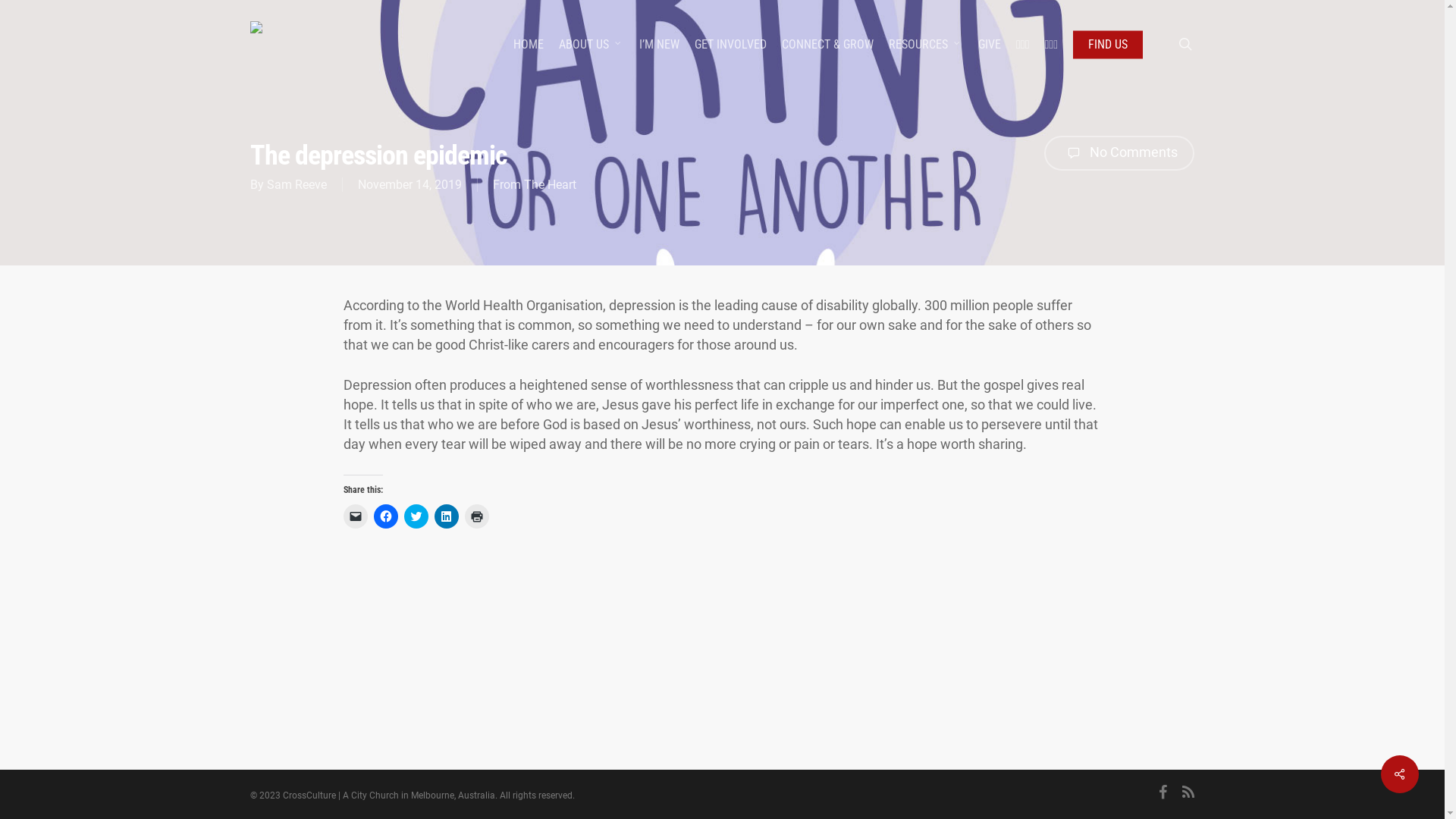 The image size is (1456, 819). I want to click on 'Sam Reeve', so click(297, 184).